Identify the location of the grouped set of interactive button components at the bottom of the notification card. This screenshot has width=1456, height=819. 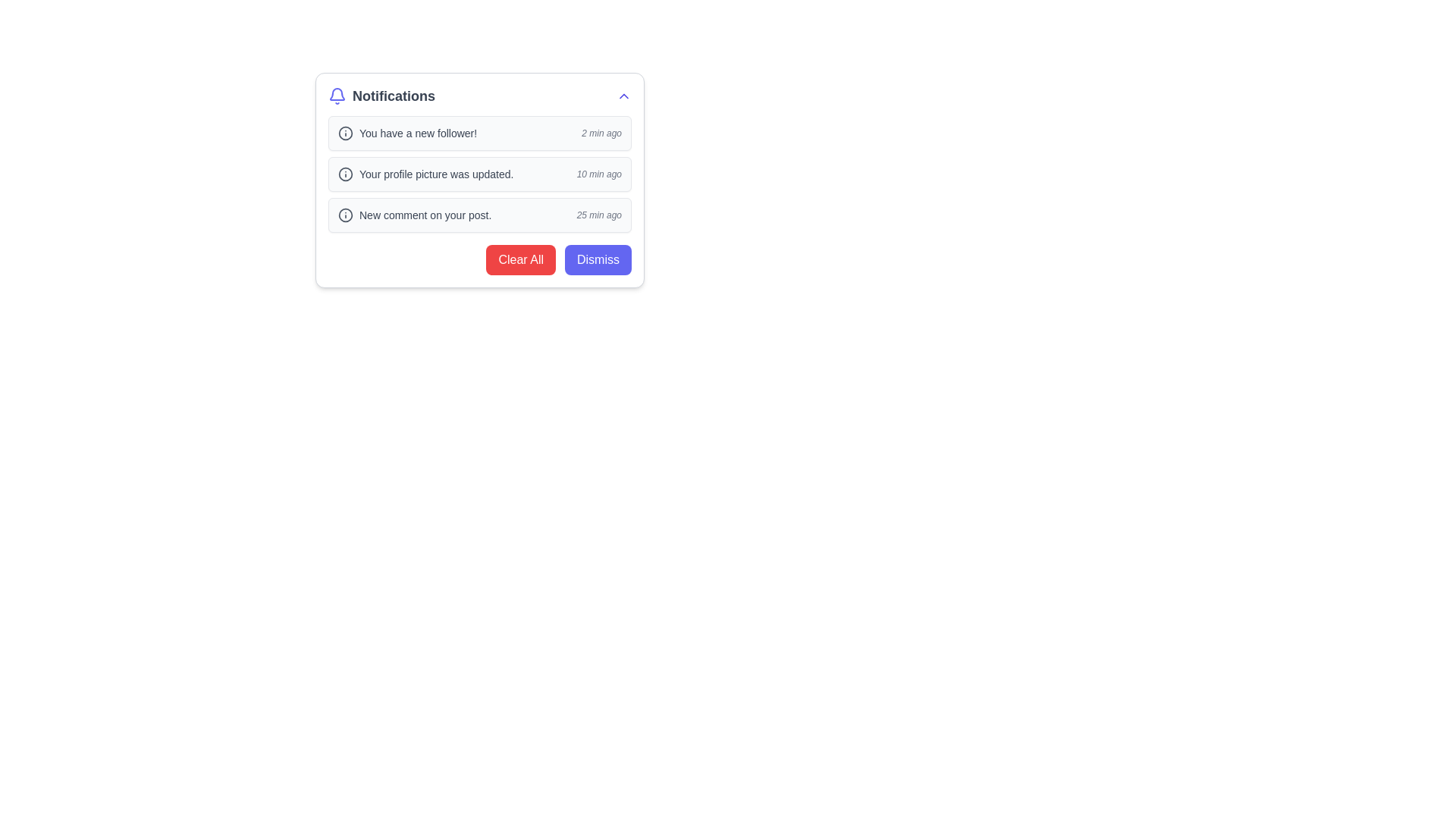
(479, 253).